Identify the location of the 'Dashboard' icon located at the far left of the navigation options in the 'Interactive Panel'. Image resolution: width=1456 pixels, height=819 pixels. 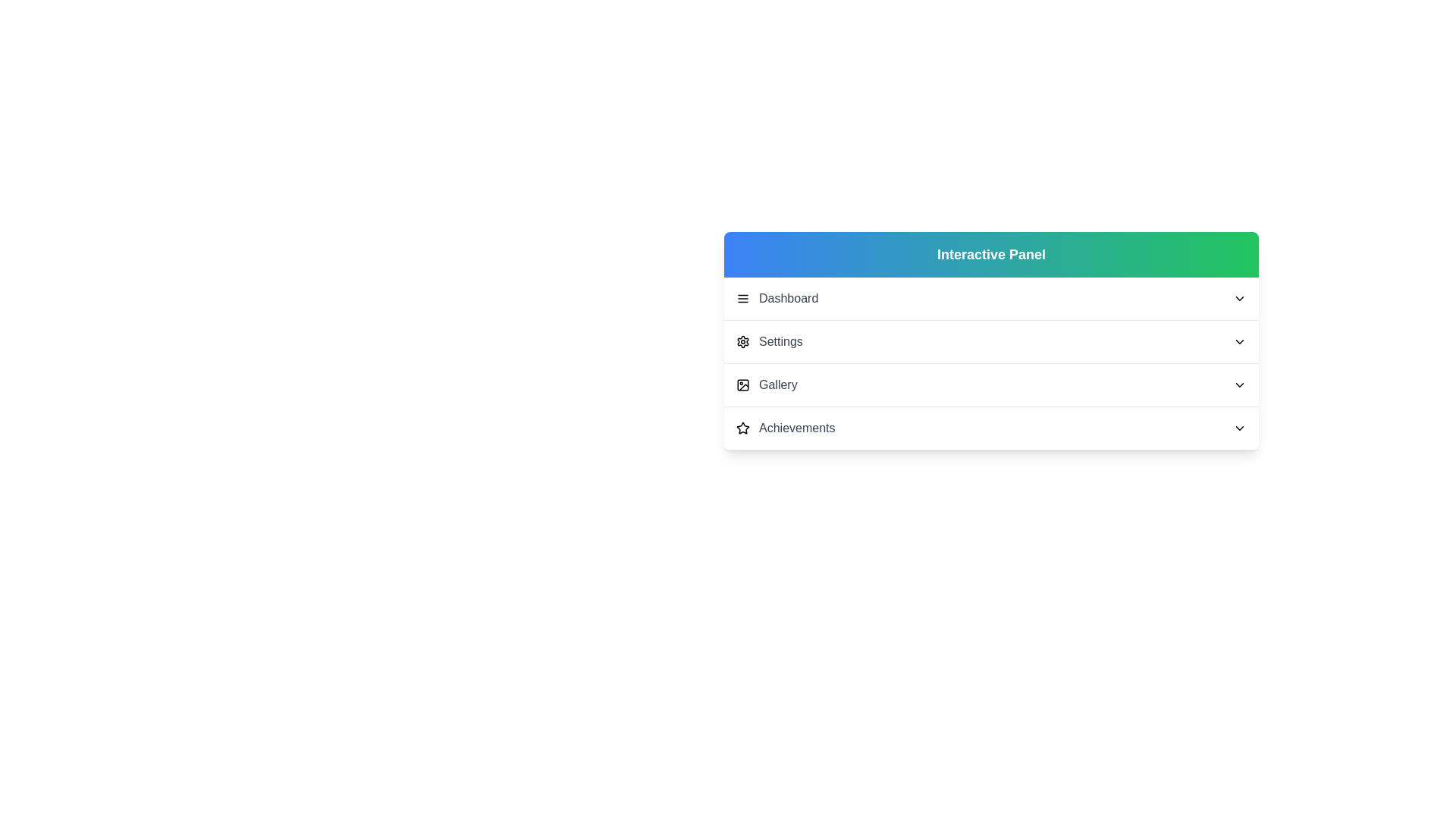
(742, 298).